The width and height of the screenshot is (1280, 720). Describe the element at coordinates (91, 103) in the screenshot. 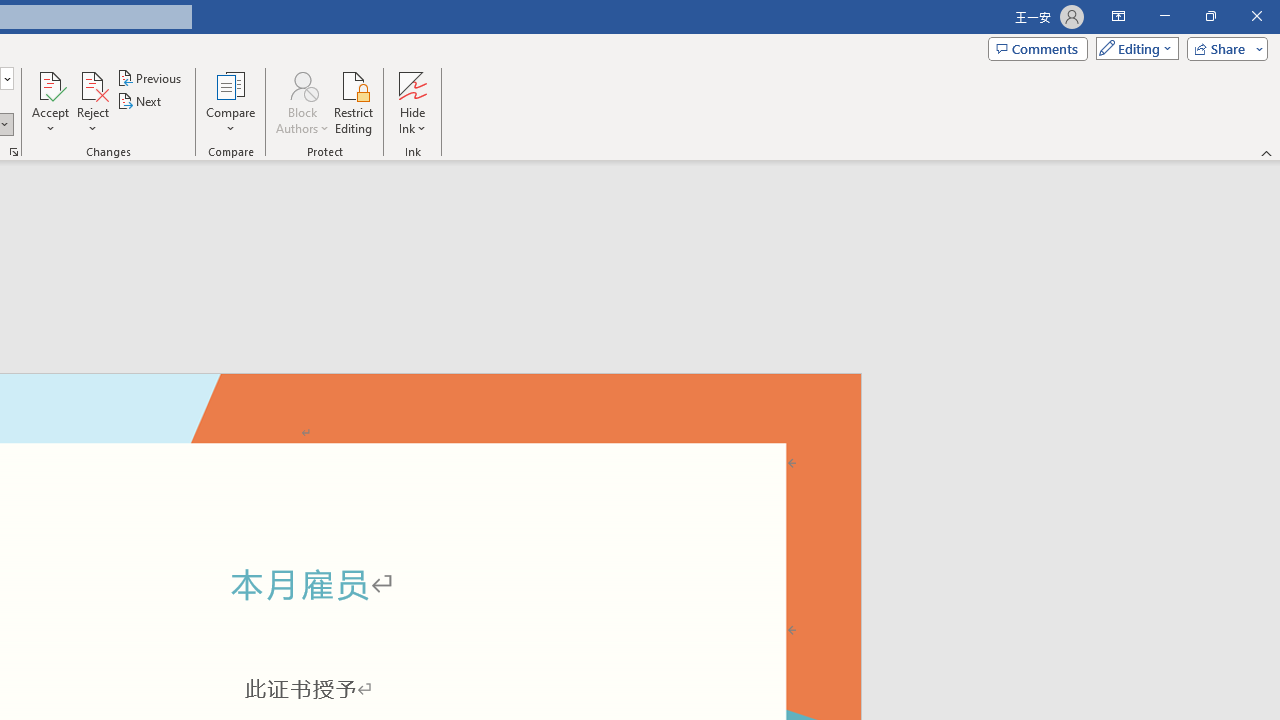

I see `'Reject'` at that location.